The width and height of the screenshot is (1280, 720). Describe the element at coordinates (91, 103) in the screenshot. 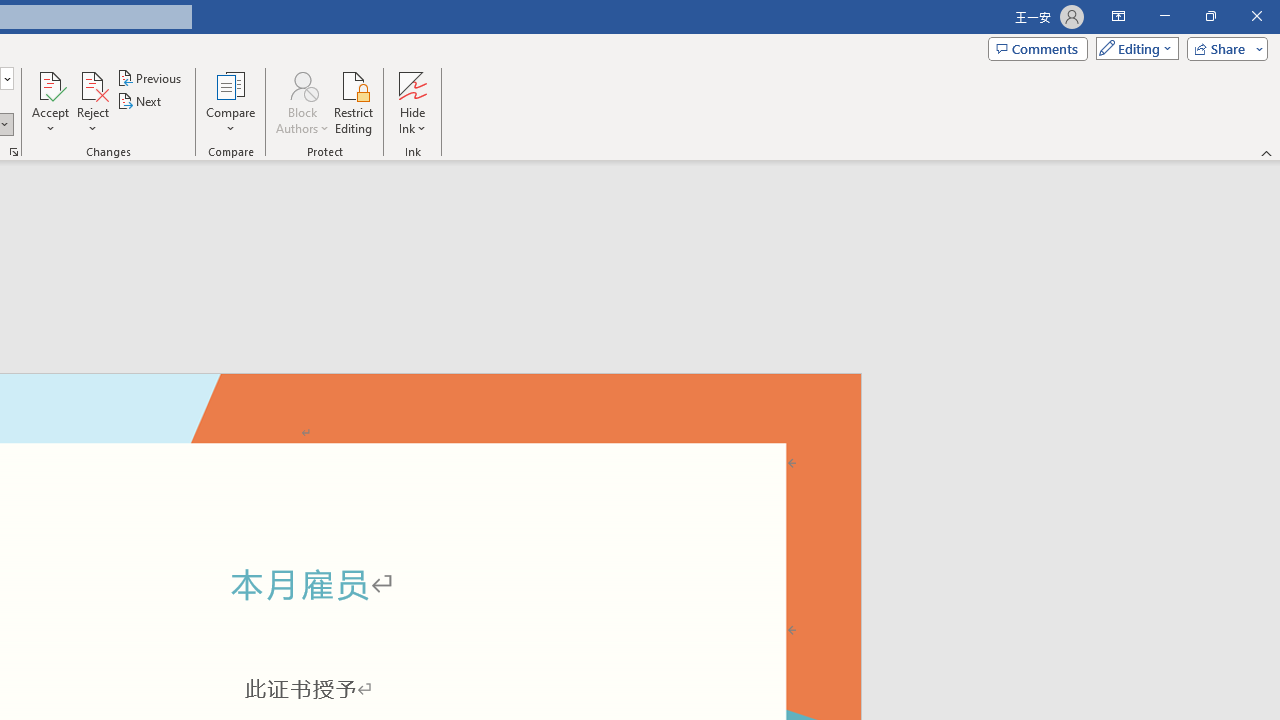

I see `'Reject'` at that location.